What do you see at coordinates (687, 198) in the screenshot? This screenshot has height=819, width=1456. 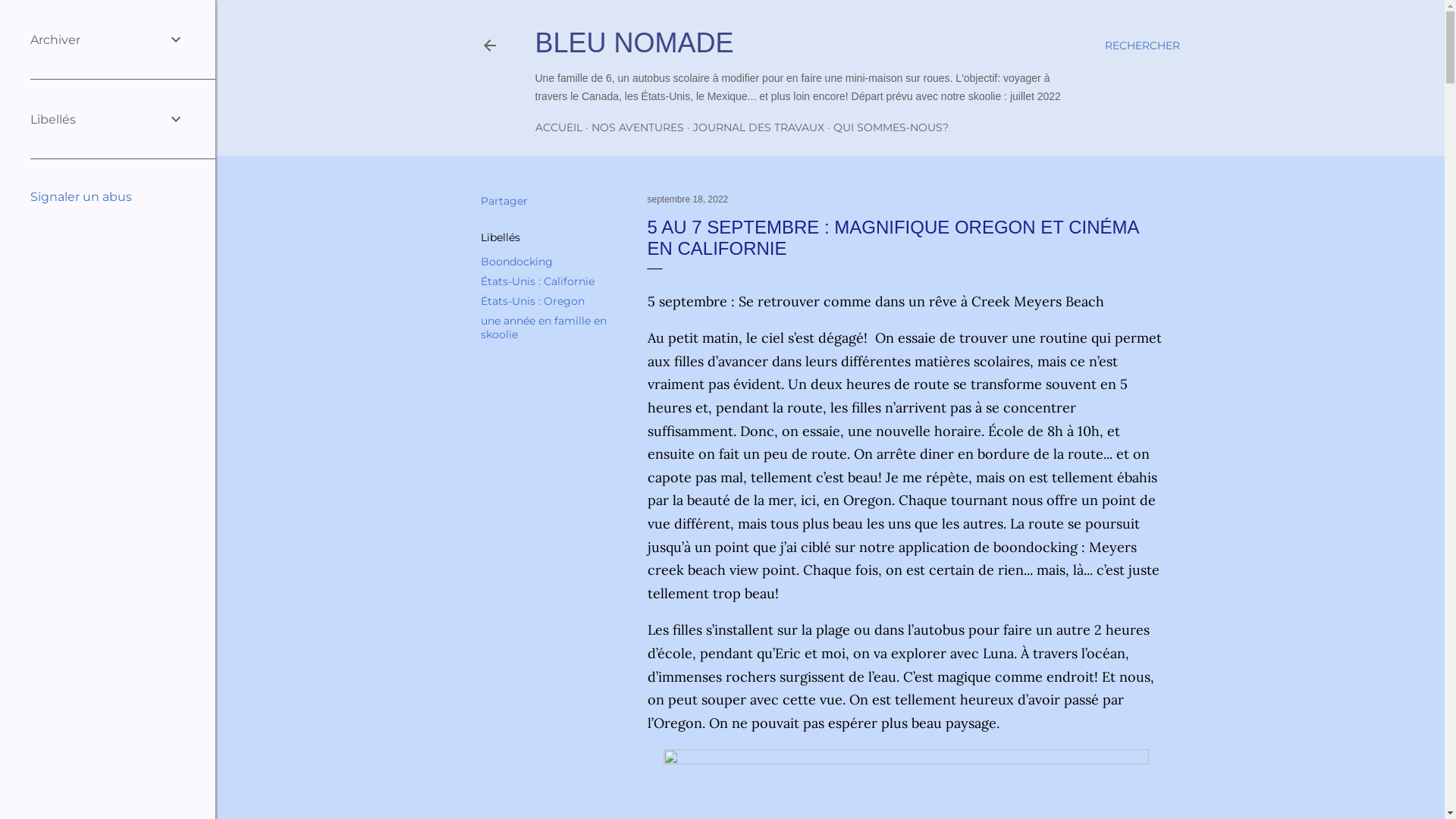 I see `'septembre 18, 2022'` at bounding box center [687, 198].